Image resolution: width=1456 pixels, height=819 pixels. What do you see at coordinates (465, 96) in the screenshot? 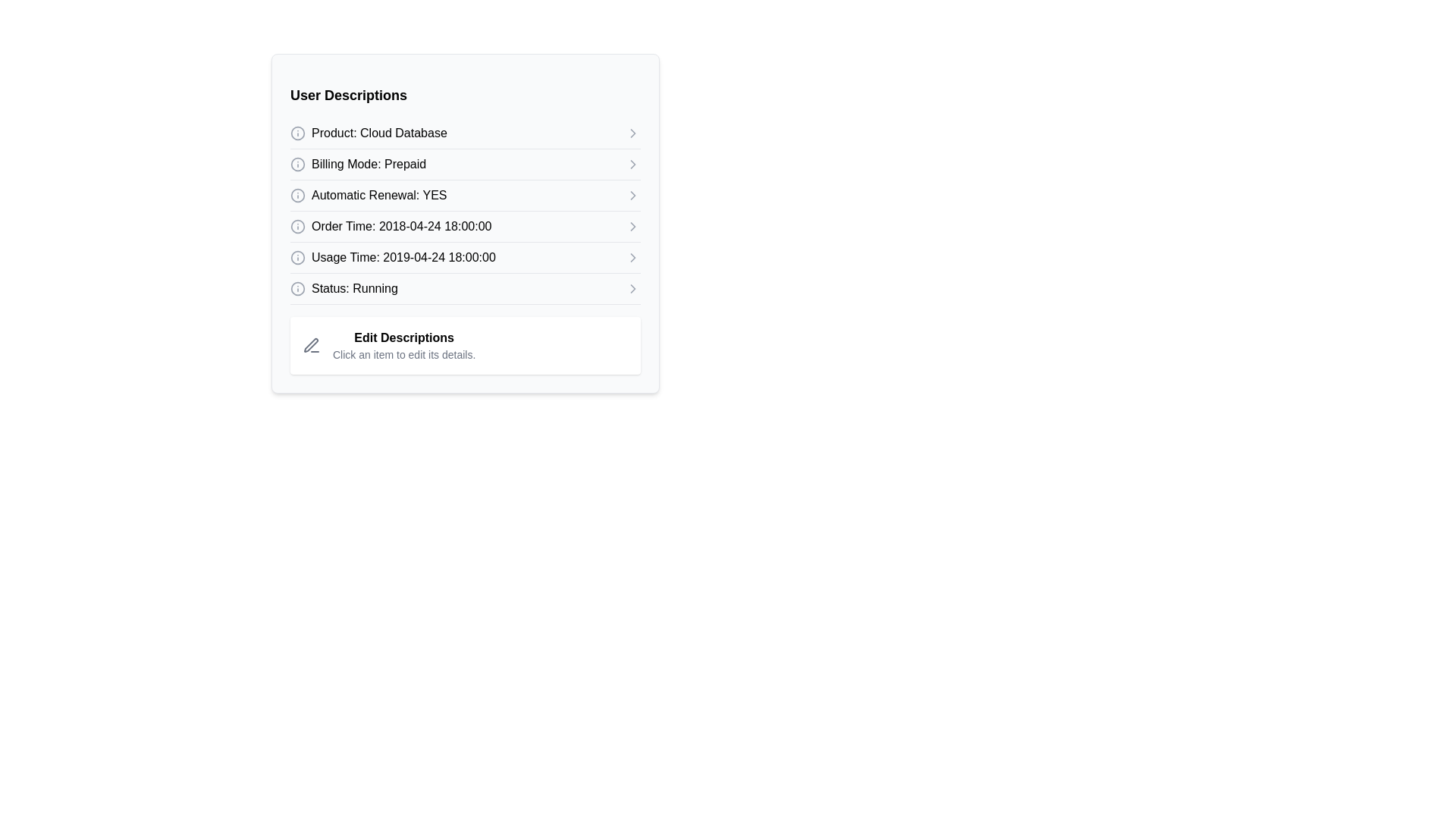
I see `the text label element that serves as a heading within the card, positioned at the top and horizontally centered` at bounding box center [465, 96].